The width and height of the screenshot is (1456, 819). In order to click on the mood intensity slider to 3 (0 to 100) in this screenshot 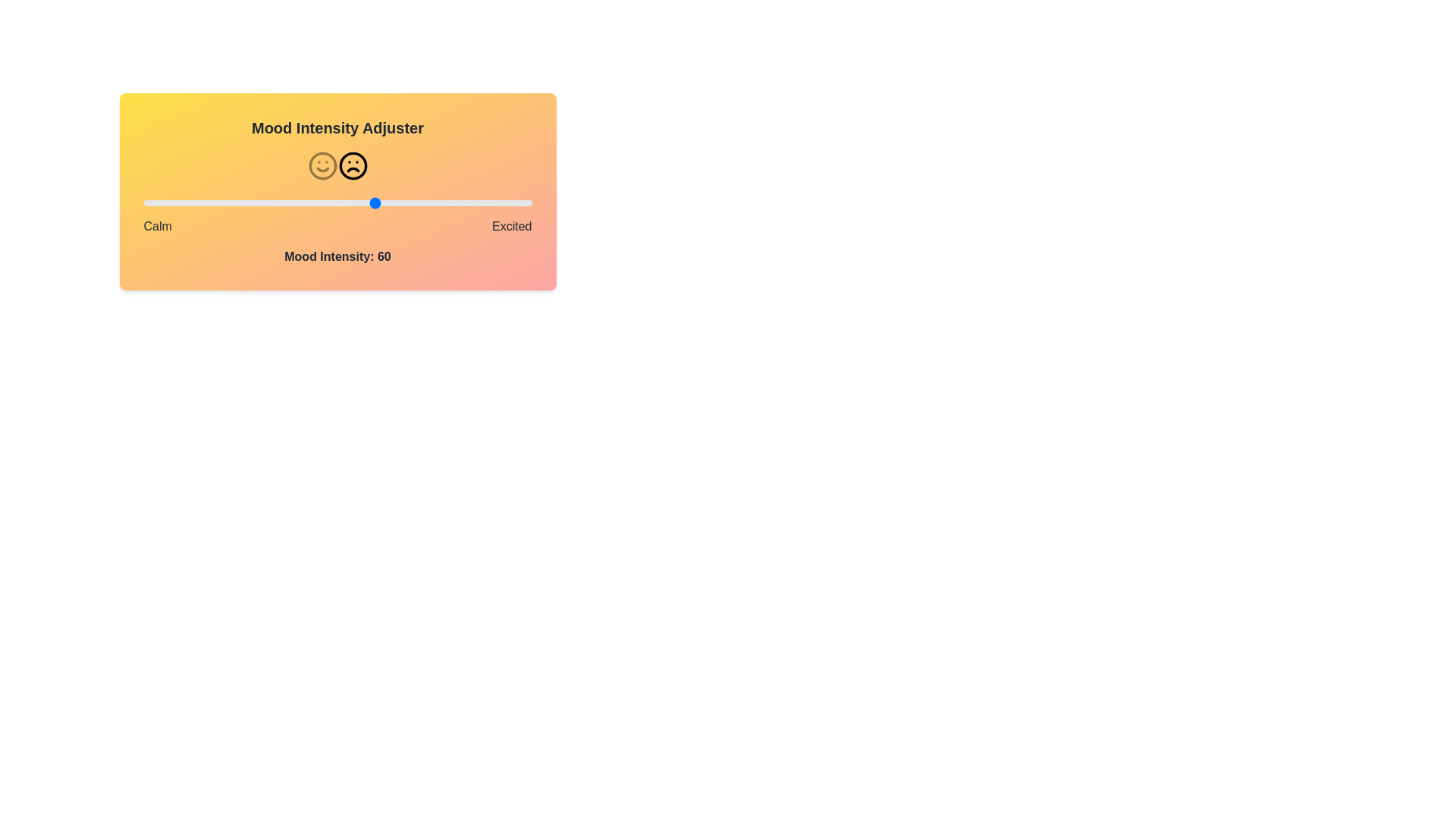, I will do `click(155, 202)`.